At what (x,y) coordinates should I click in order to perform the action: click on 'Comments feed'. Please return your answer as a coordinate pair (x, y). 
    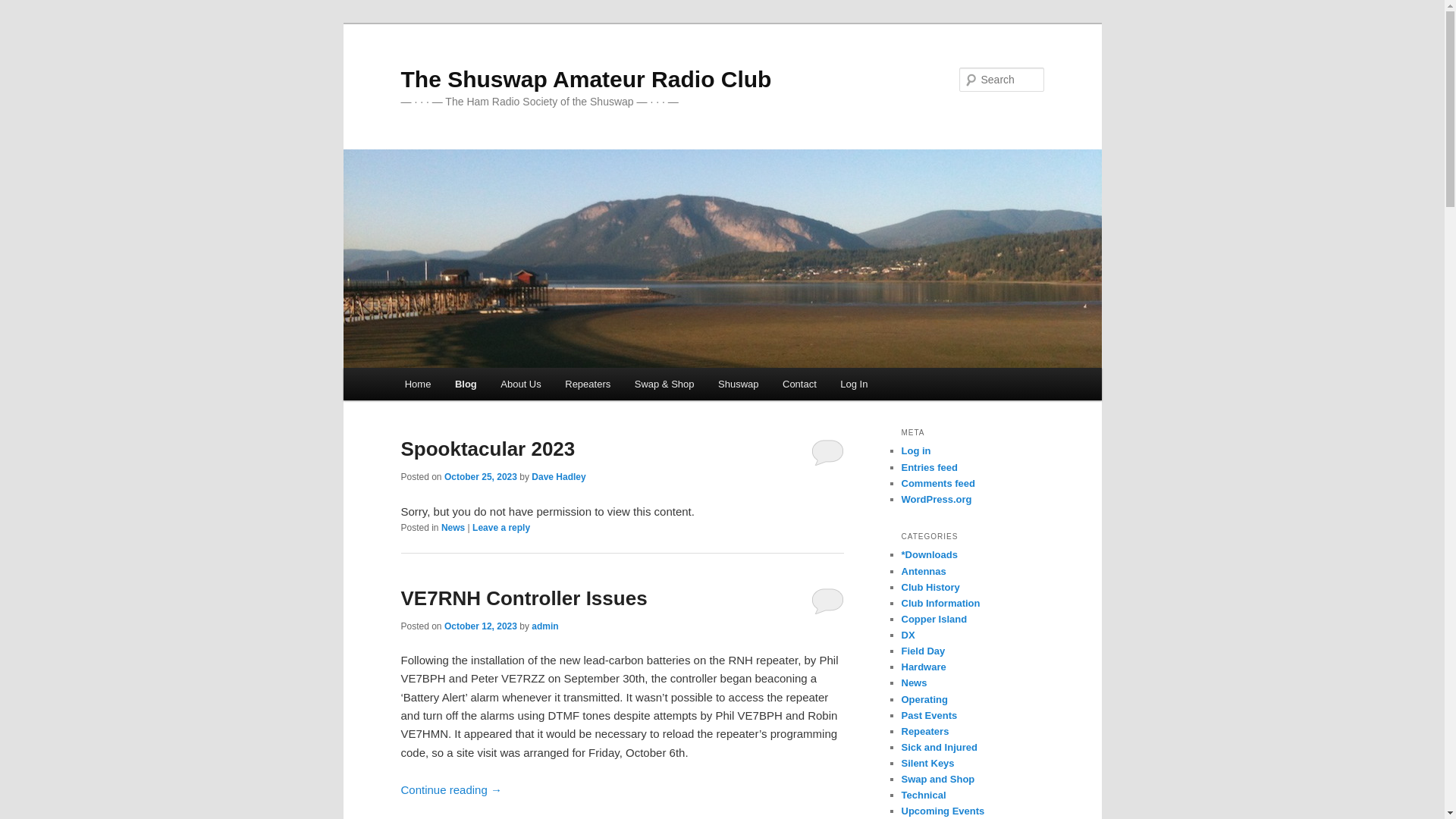
    Looking at the image, I should click on (937, 483).